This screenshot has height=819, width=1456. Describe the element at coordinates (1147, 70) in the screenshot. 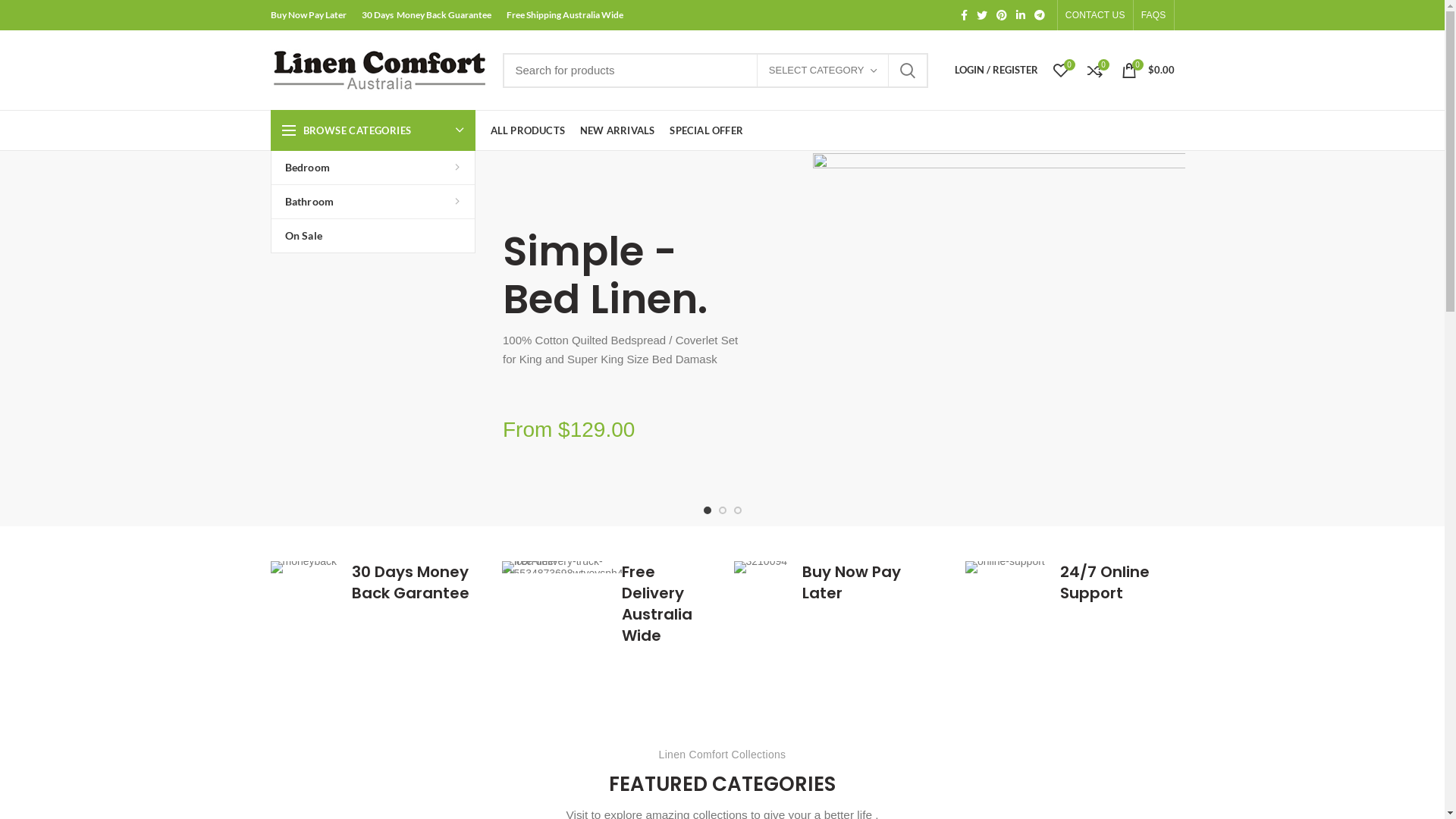

I see `'0` at that location.